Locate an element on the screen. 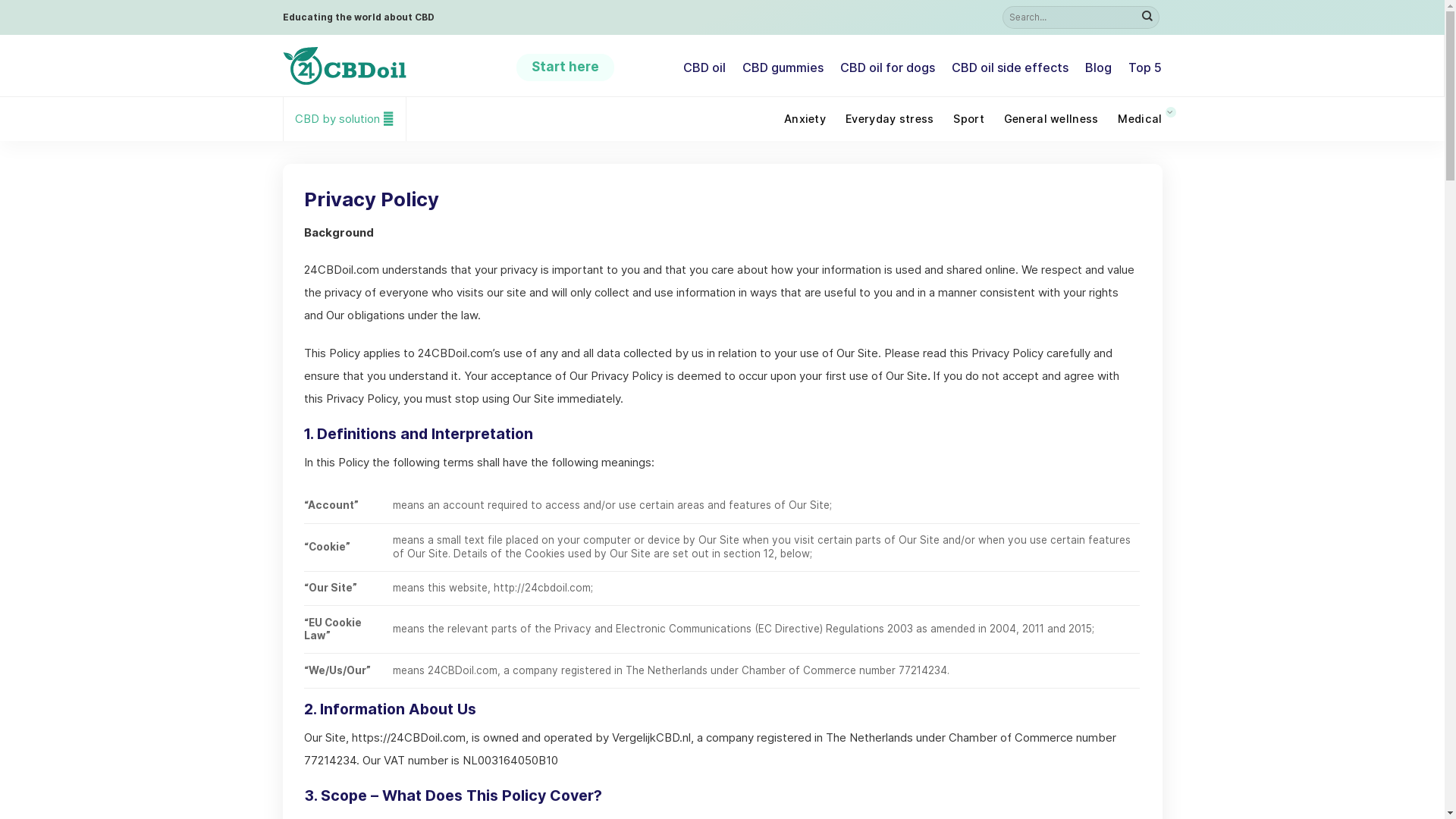 The width and height of the screenshot is (1456, 819). 'Medical' is located at coordinates (1139, 118).